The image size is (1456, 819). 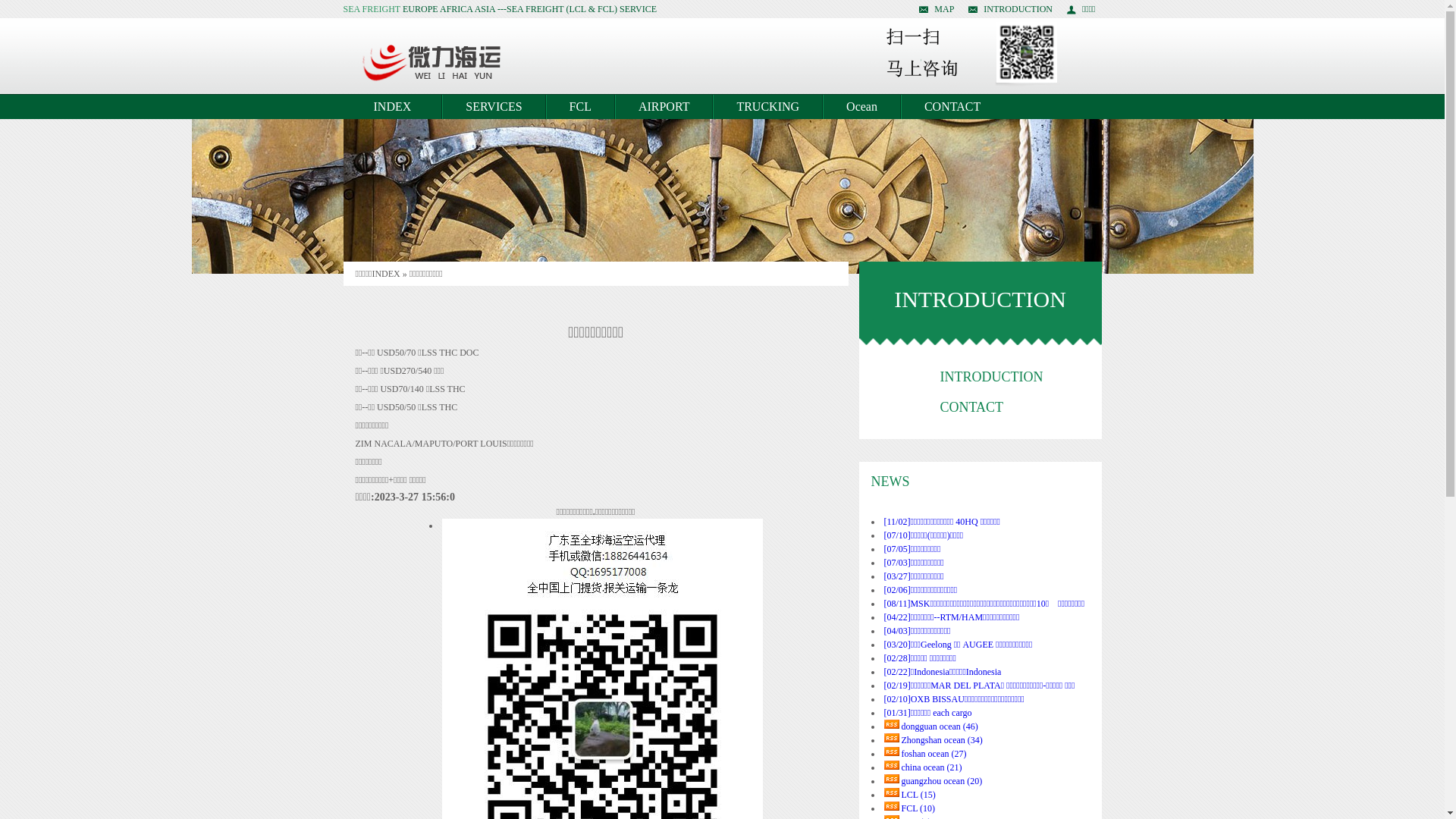 What do you see at coordinates (935, 8) in the screenshot?
I see `'MAP'` at bounding box center [935, 8].